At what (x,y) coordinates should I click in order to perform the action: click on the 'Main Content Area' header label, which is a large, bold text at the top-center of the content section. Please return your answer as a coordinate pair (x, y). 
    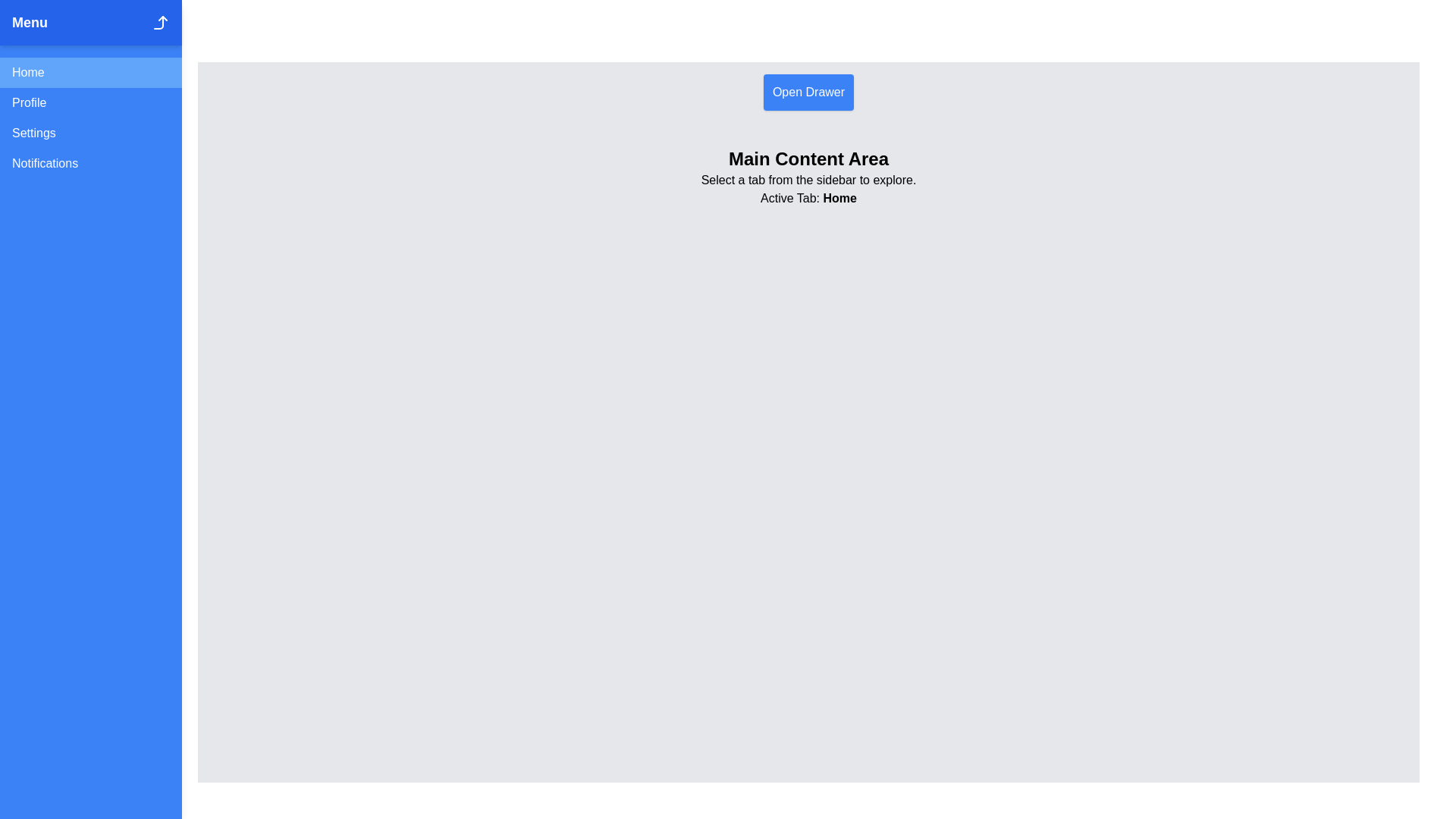
    Looking at the image, I should click on (808, 158).